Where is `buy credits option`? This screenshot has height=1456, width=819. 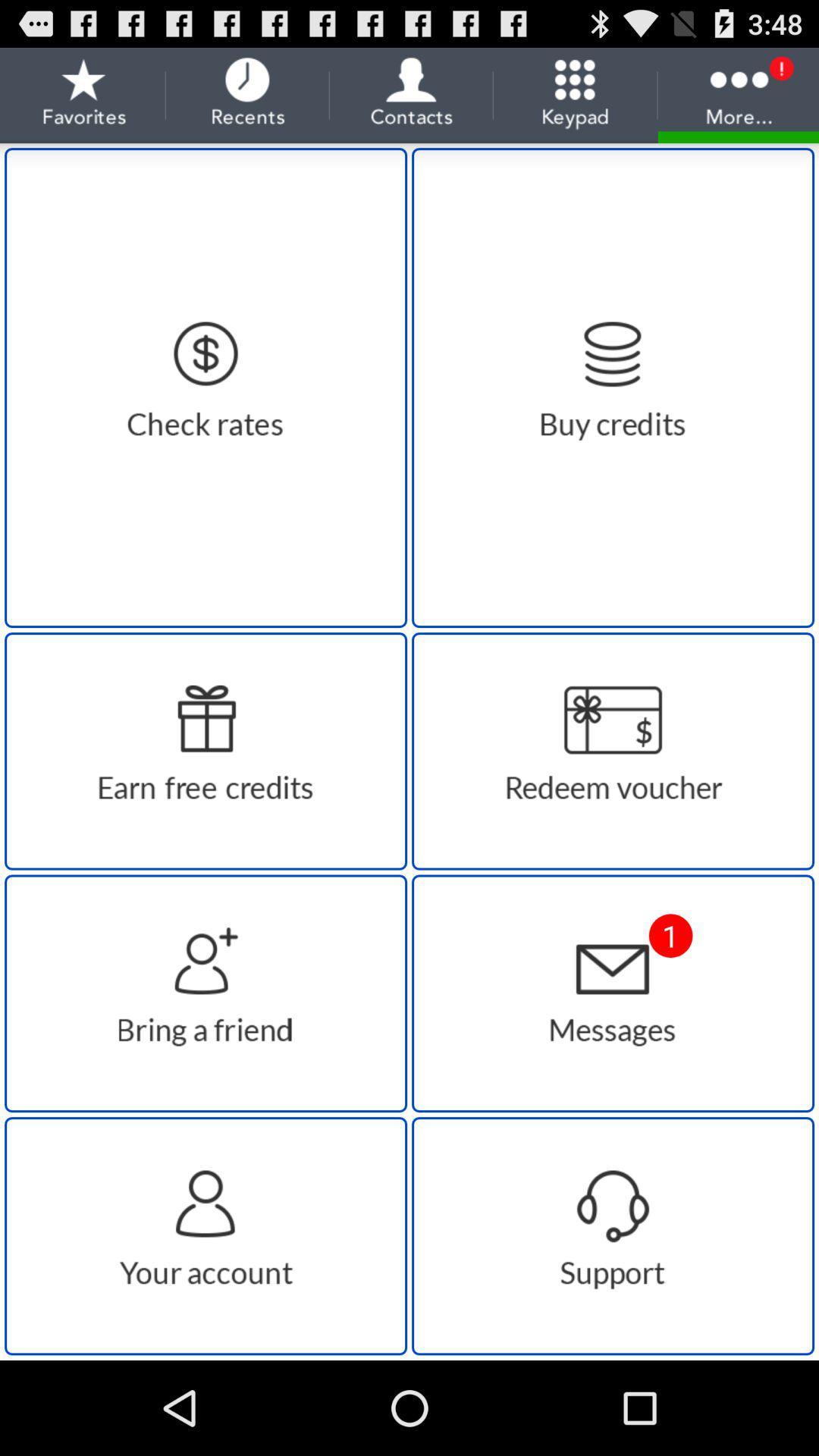
buy credits option is located at coordinates (612, 388).